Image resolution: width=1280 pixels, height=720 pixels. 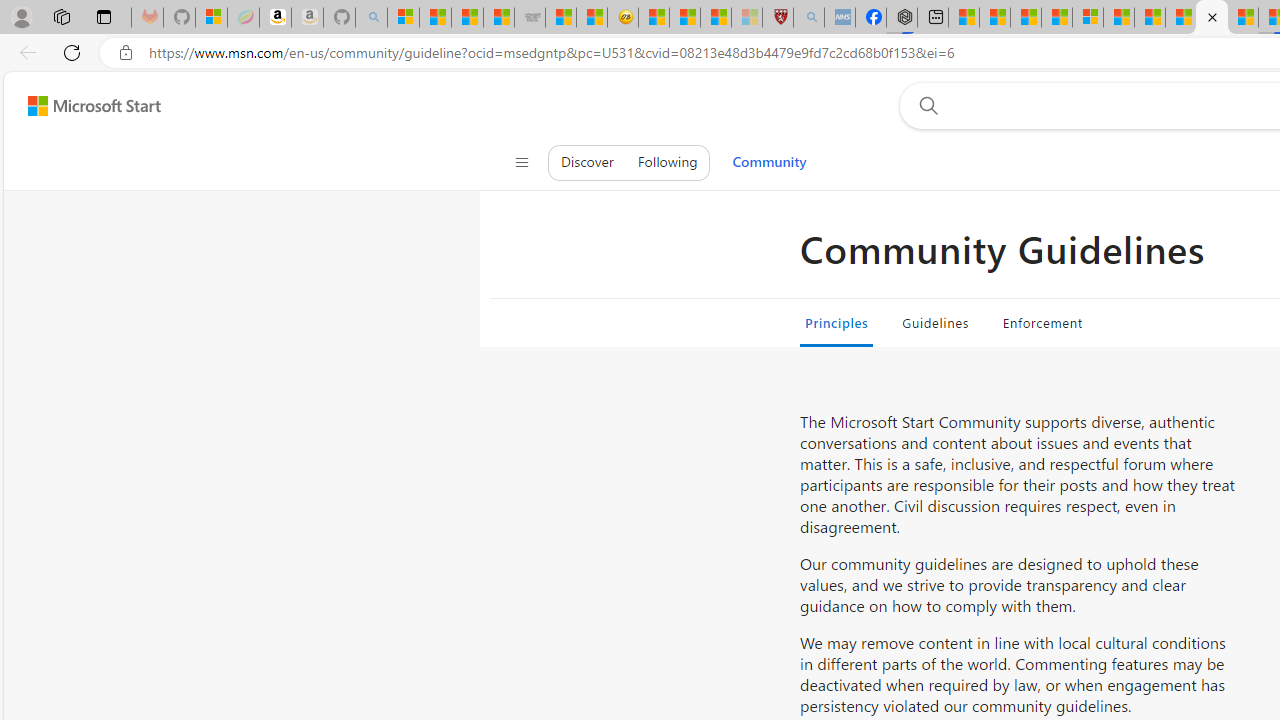 I want to click on 'Microsoft Start', so click(x=93, y=105).